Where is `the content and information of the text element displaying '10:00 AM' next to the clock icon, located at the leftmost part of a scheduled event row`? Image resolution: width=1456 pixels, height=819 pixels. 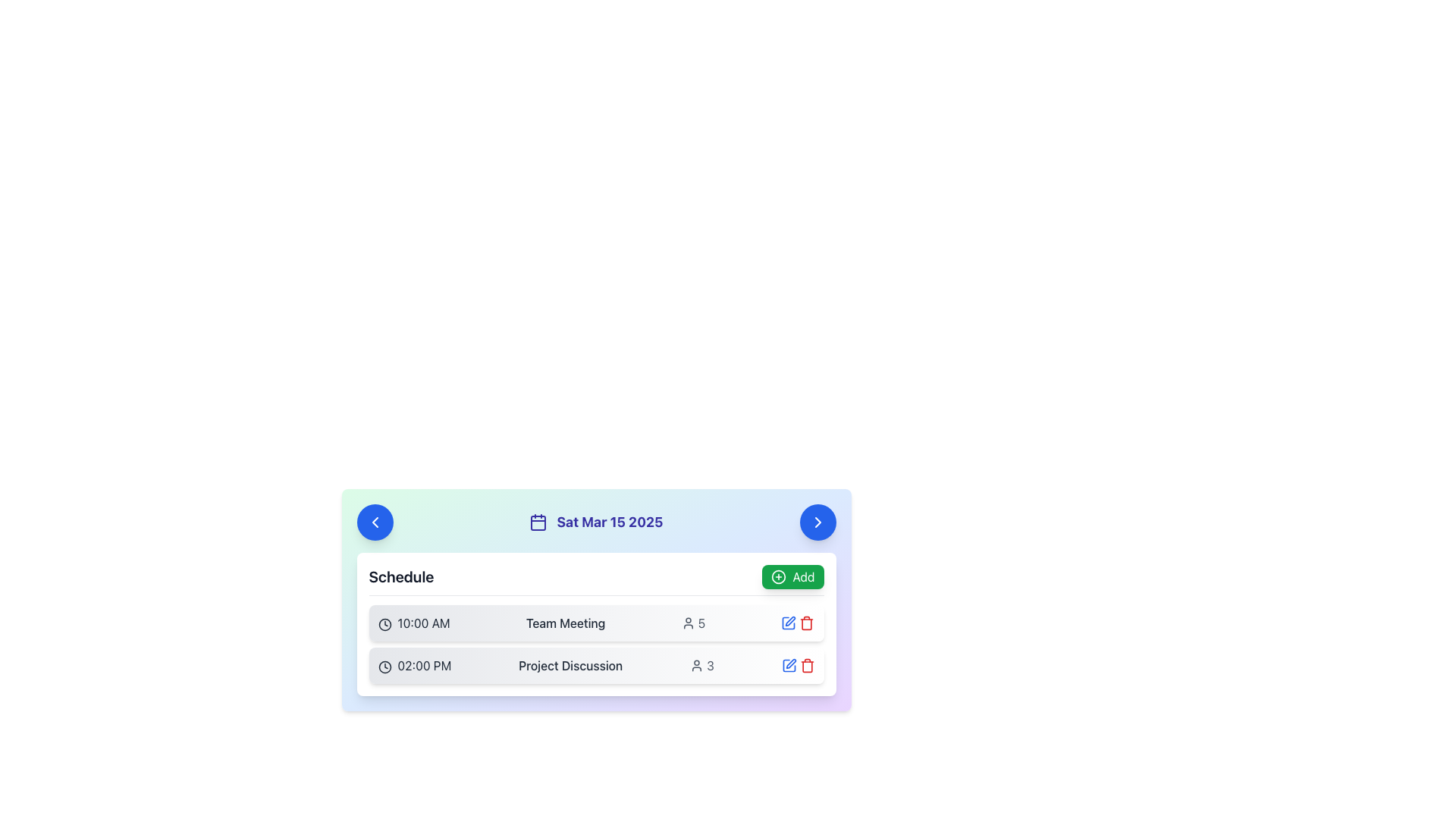
the content and information of the text element displaying '10:00 AM' next to the clock icon, located at the leftmost part of a scheduled event row is located at coordinates (414, 623).